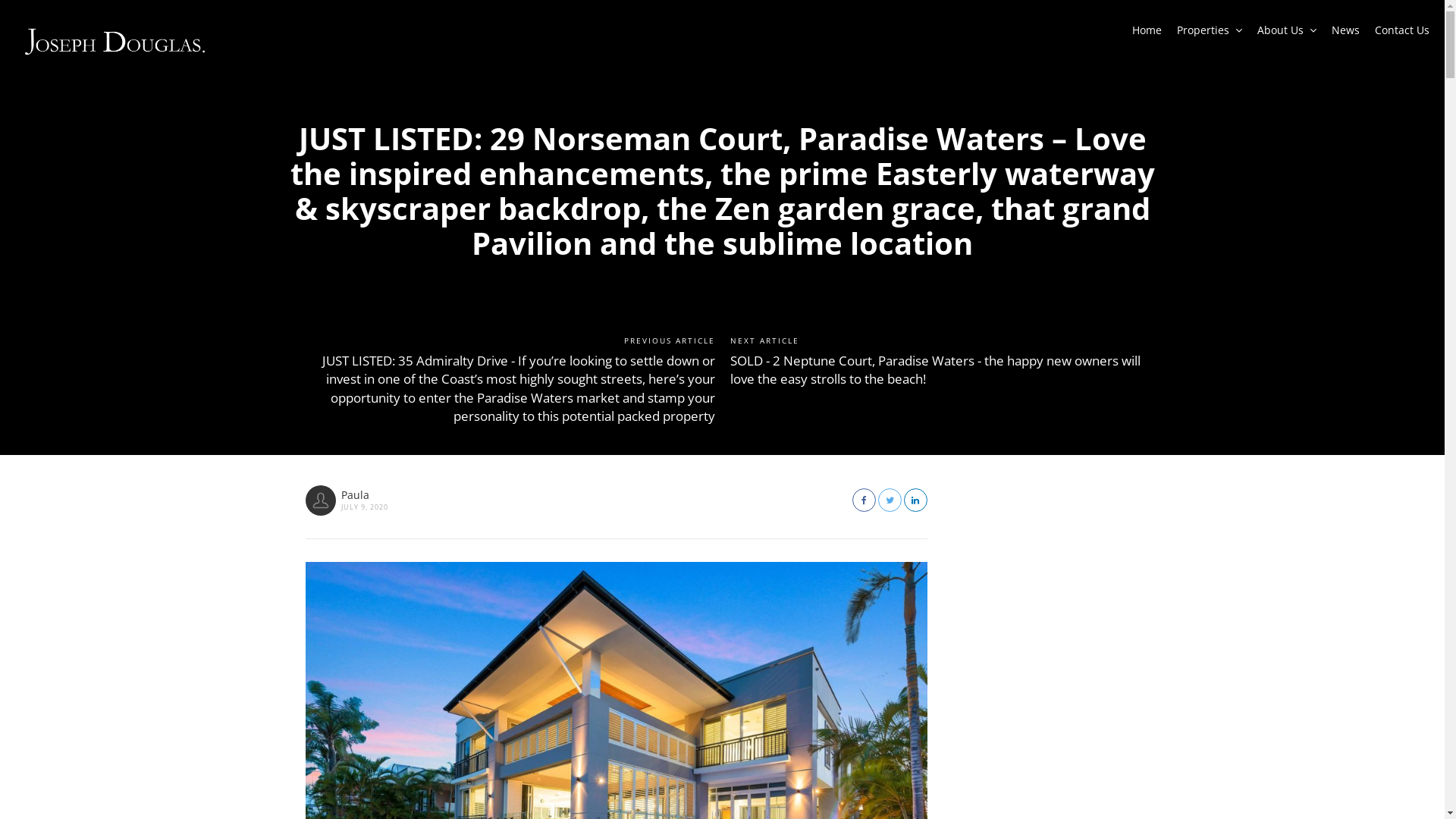 The height and width of the screenshot is (819, 1456). I want to click on 'Contact Us', so click(1401, 34).